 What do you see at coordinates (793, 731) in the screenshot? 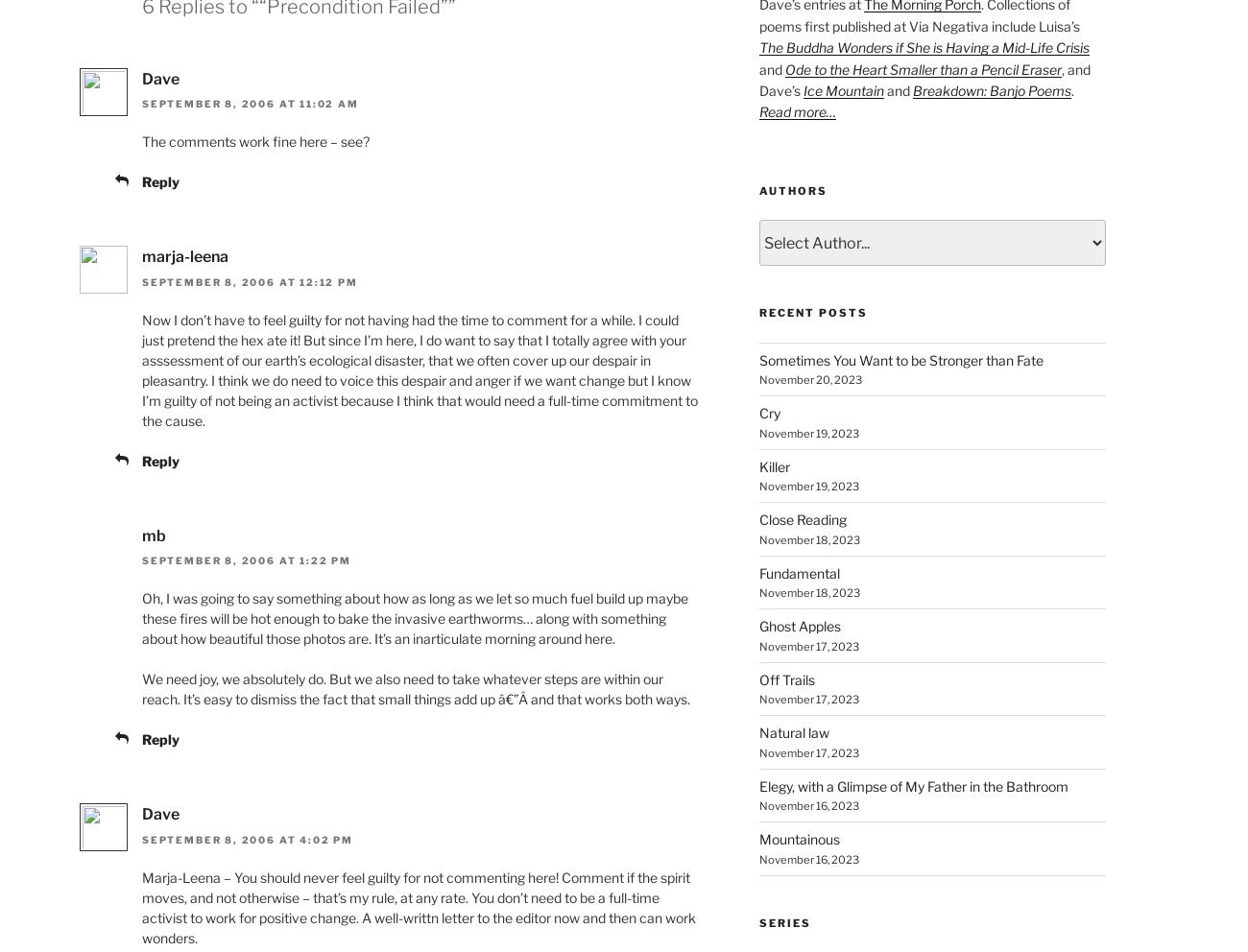
I see `'Natural law'` at bounding box center [793, 731].